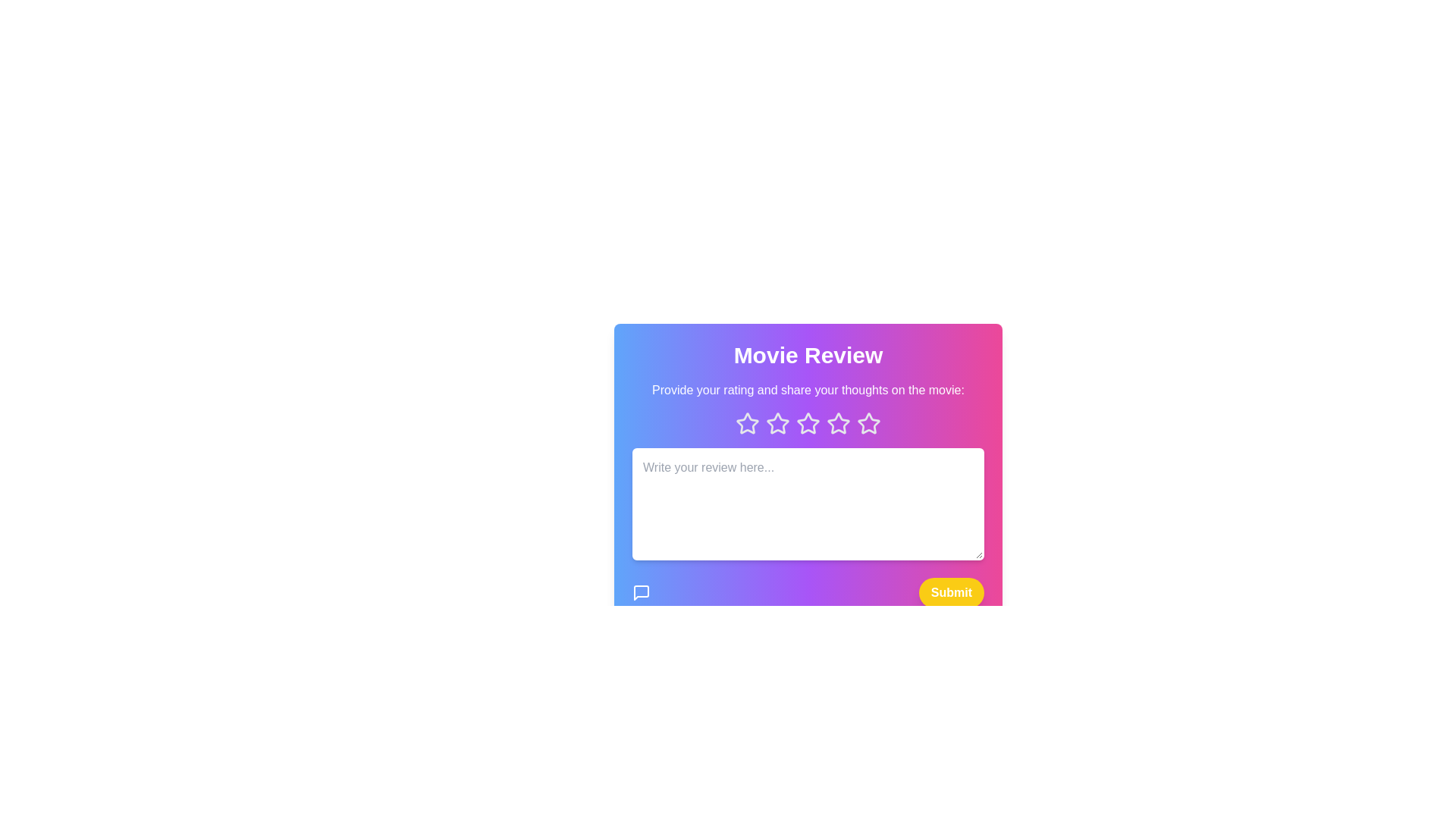  What do you see at coordinates (778, 424) in the screenshot?
I see `the star icon corresponding to 2 to preview the rating` at bounding box center [778, 424].